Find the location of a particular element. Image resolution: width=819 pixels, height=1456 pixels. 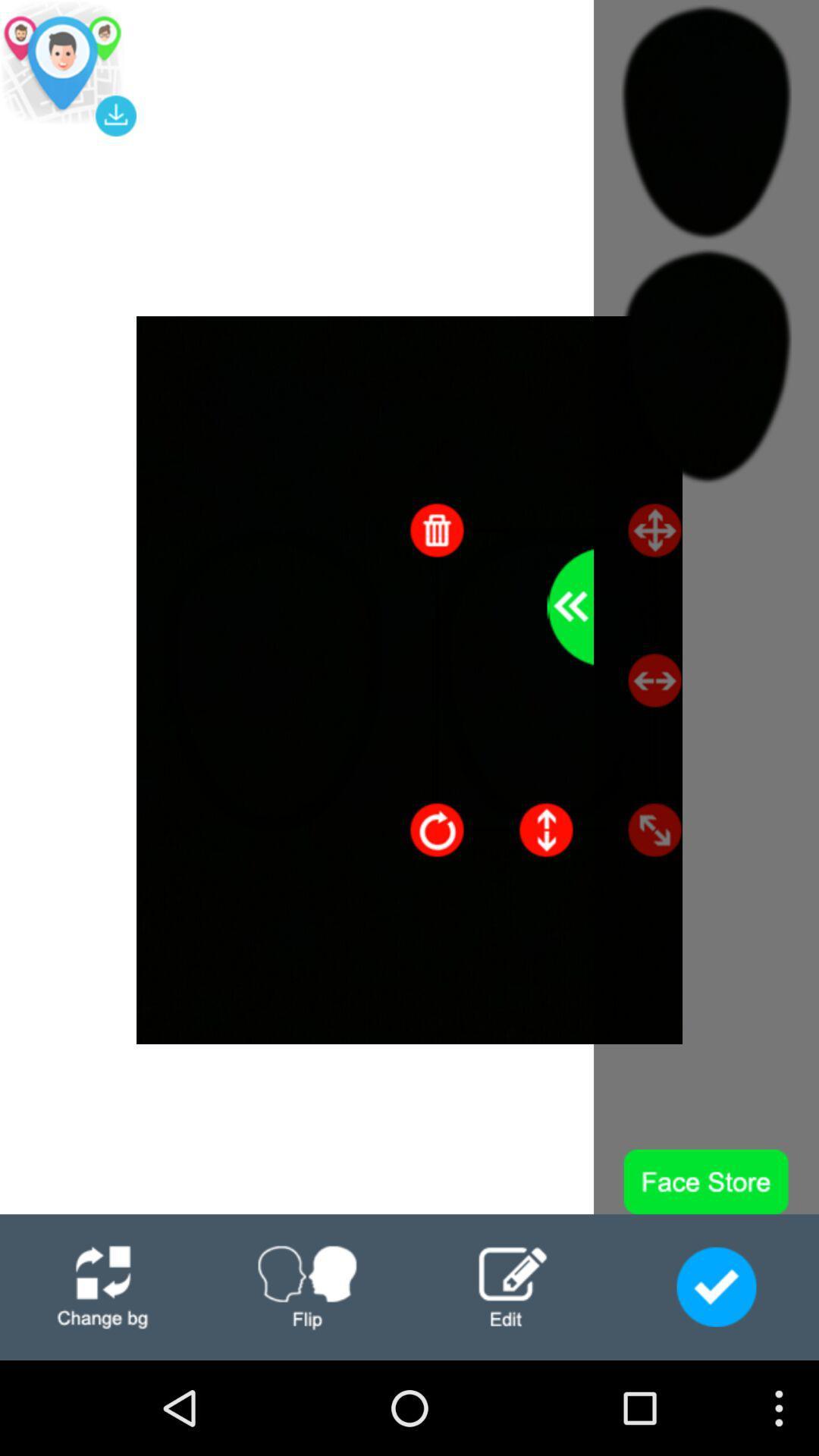

tik option is located at coordinates (717, 1286).